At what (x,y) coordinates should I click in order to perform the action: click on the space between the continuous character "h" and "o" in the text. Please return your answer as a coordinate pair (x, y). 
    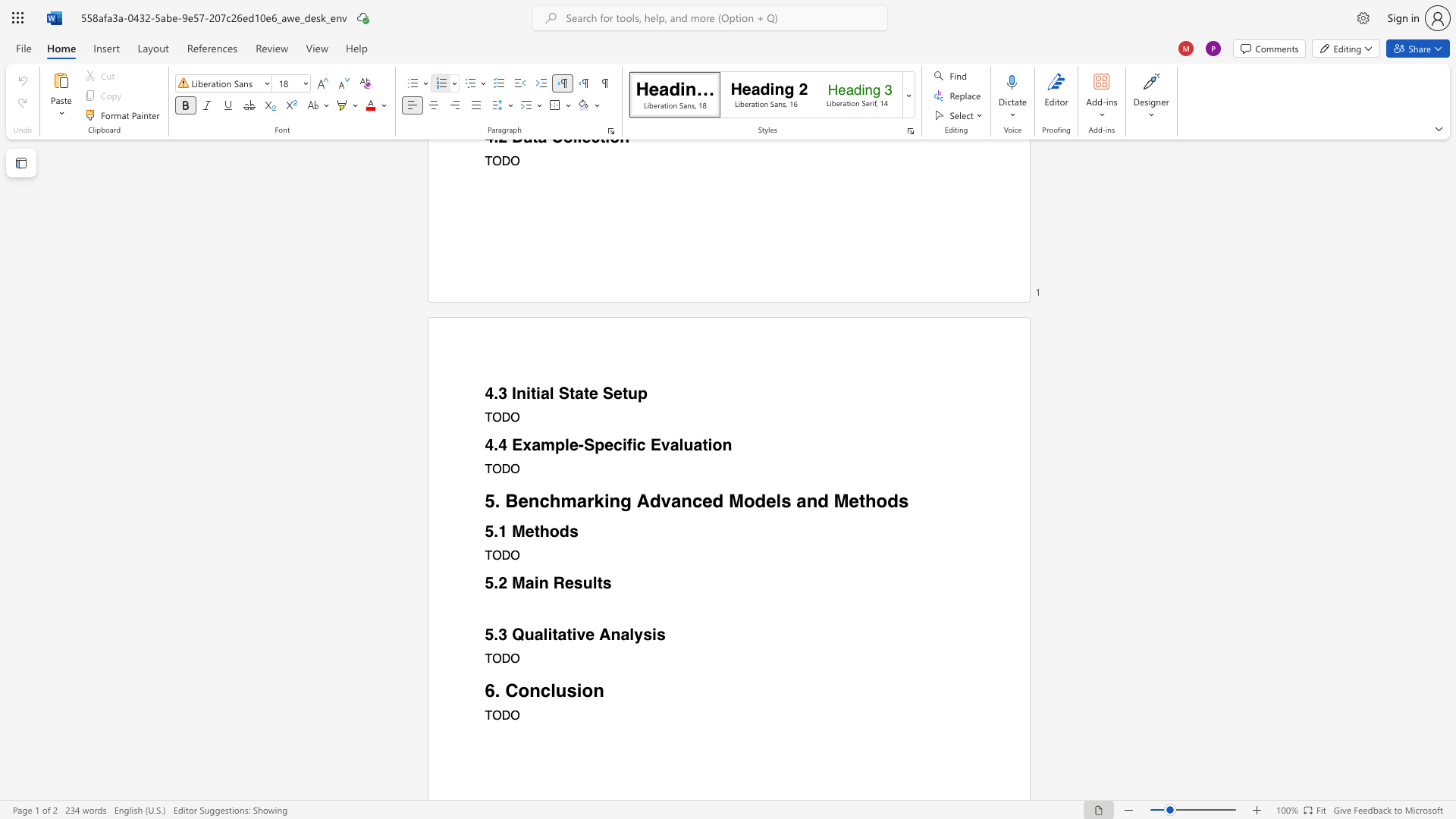
    Looking at the image, I should click on (548, 531).